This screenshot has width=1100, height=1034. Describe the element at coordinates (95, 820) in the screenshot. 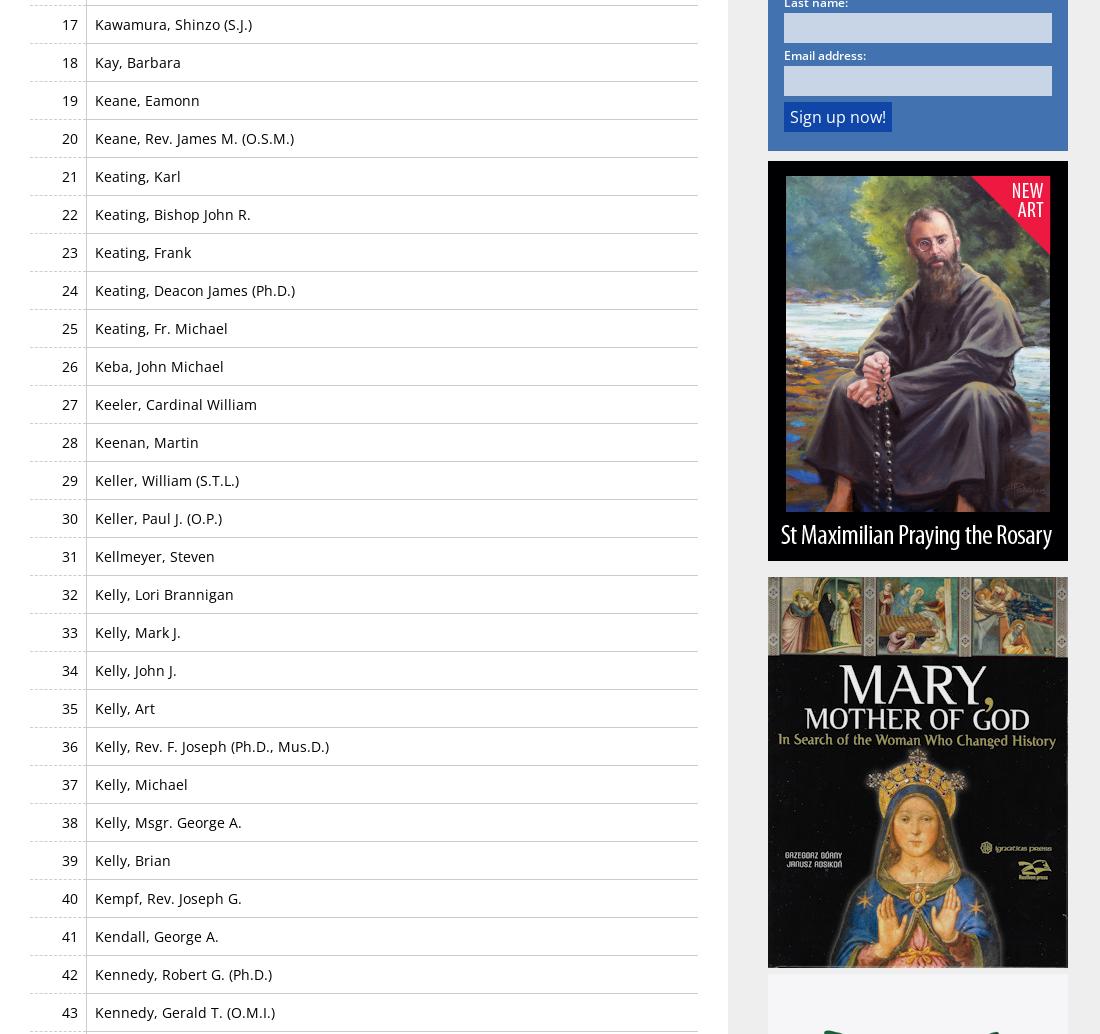

I see `'Kelly, Msgr. George A.'` at that location.